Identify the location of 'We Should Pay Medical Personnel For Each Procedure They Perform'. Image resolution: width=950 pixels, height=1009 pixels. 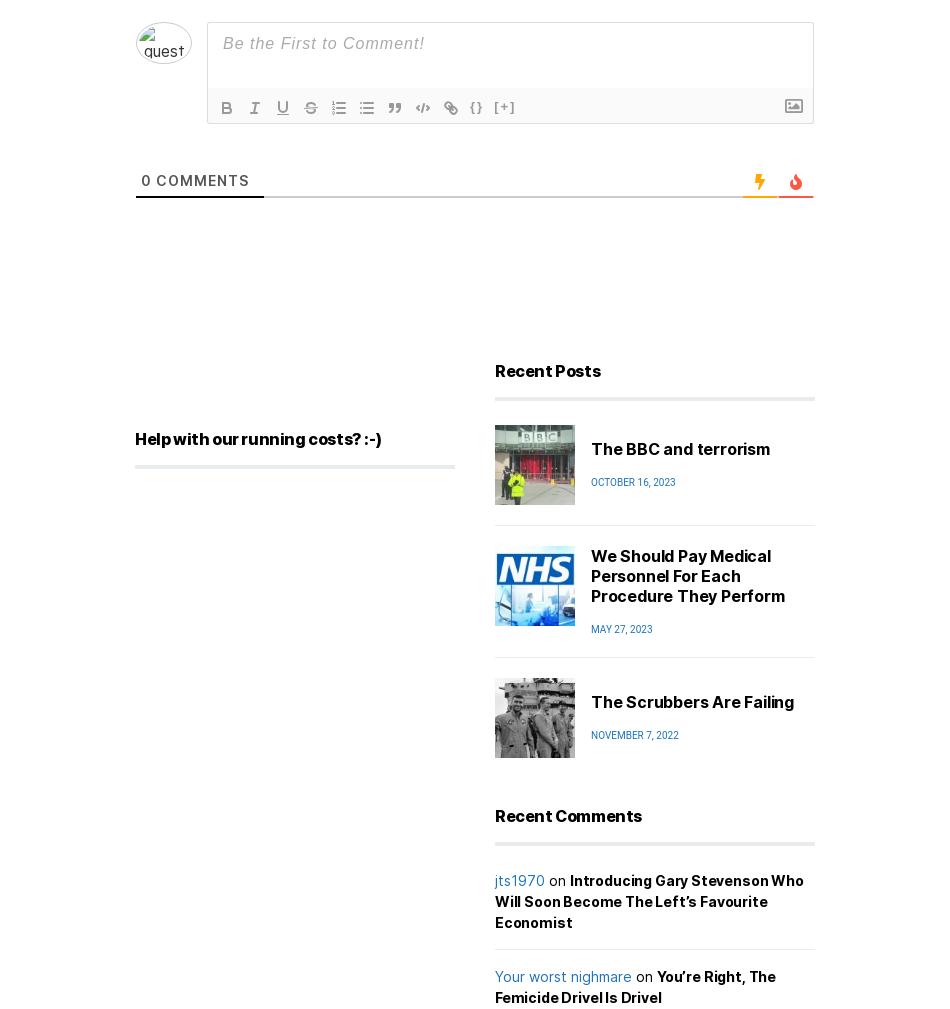
(687, 575).